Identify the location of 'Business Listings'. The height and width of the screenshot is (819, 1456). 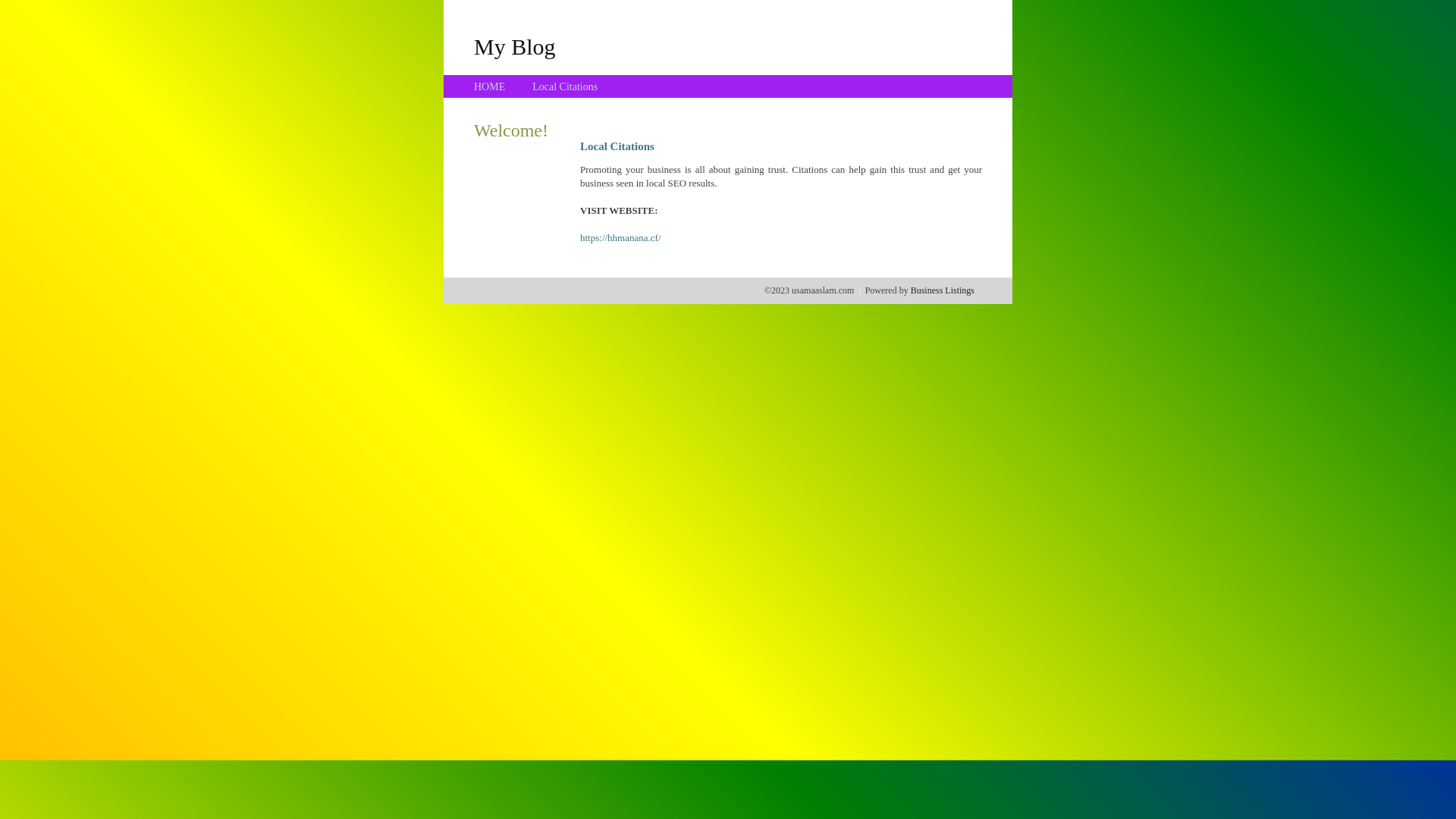
(910, 290).